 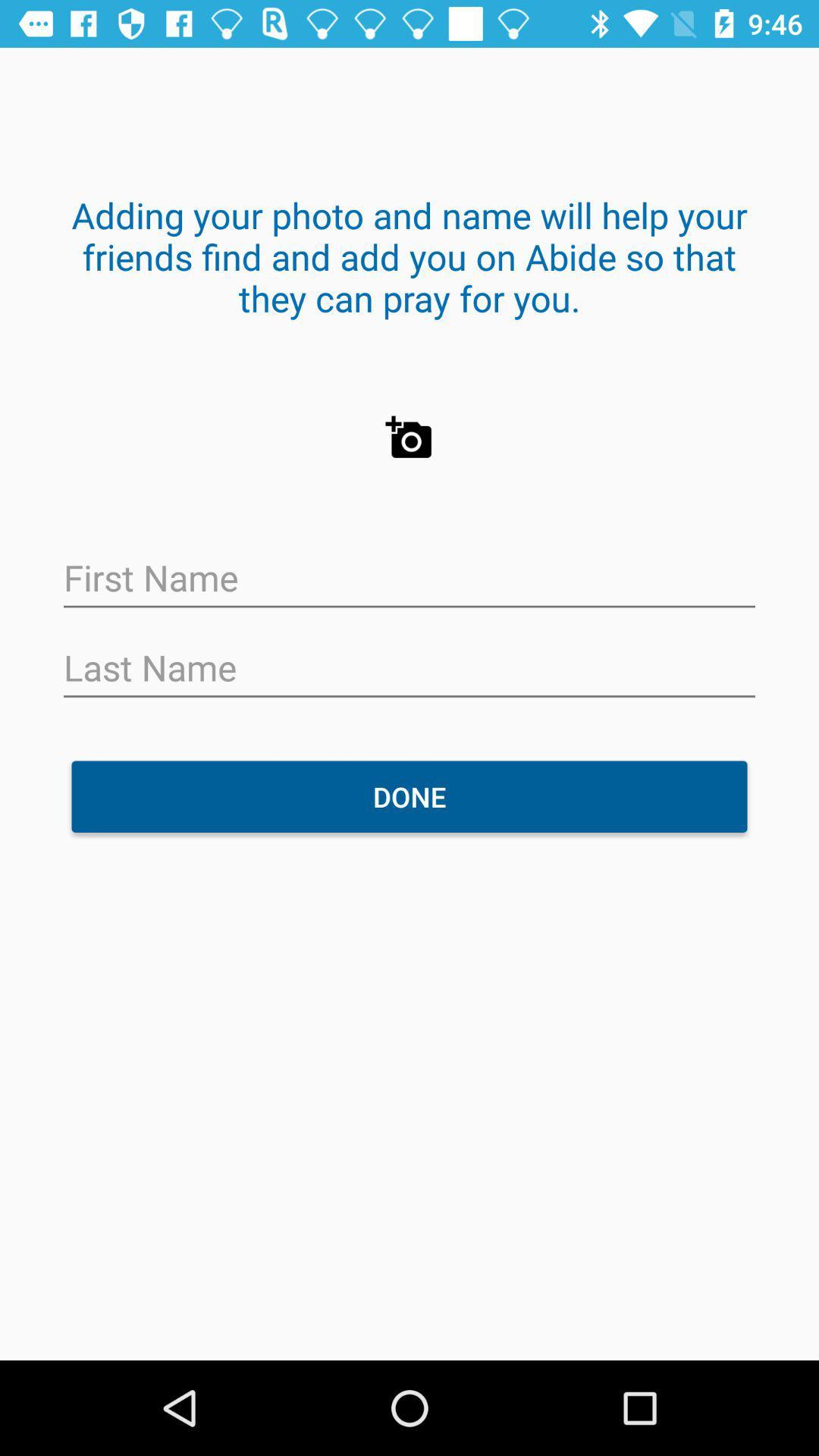 What do you see at coordinates (409, 795) in the screenshot?
I see `the done icon` at bounding box center [409, 795].